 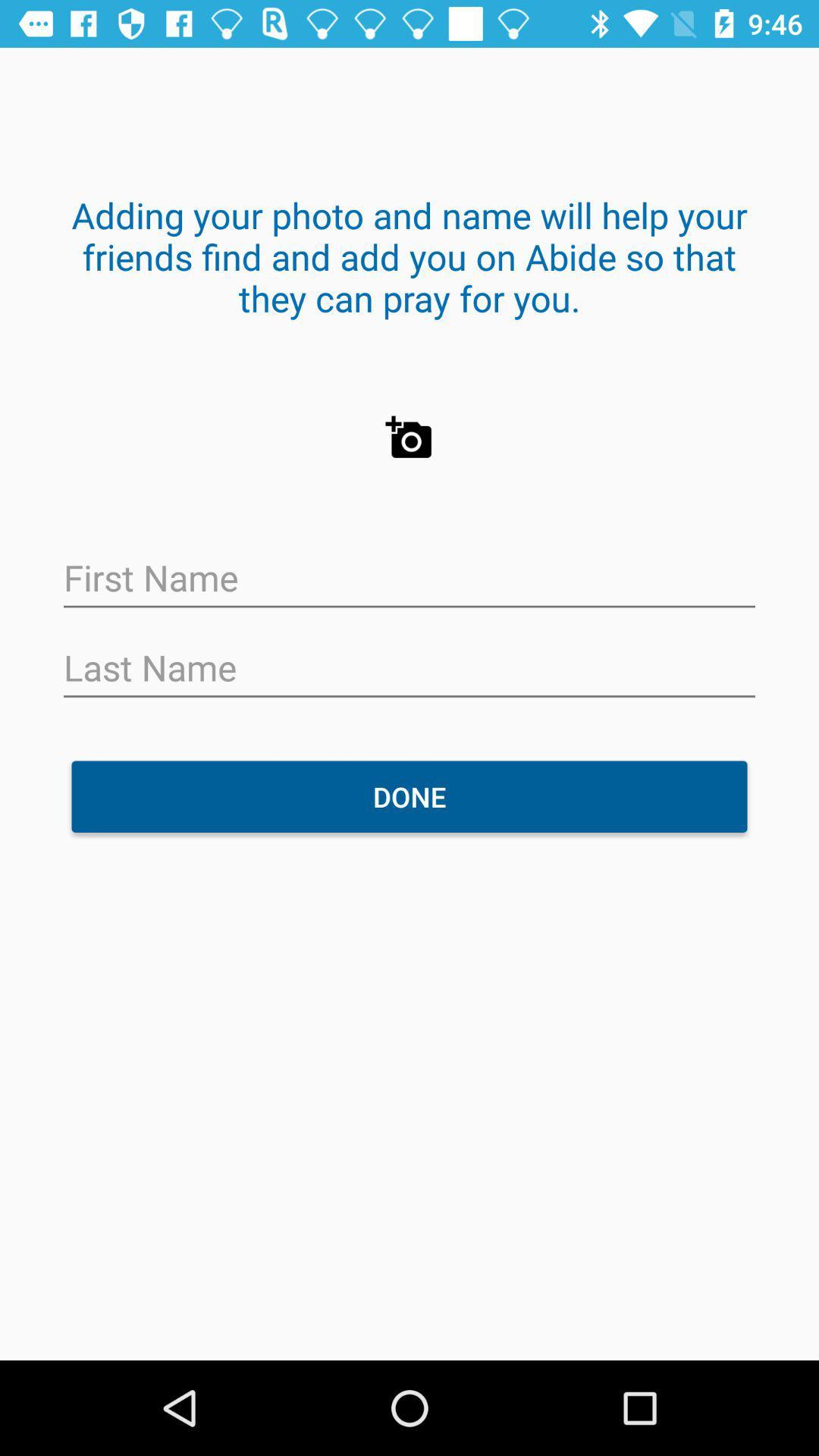 What do you see at coordinates (409, 795) in the screenshot?
I see `the done icon` at bounding box center [409, 795].